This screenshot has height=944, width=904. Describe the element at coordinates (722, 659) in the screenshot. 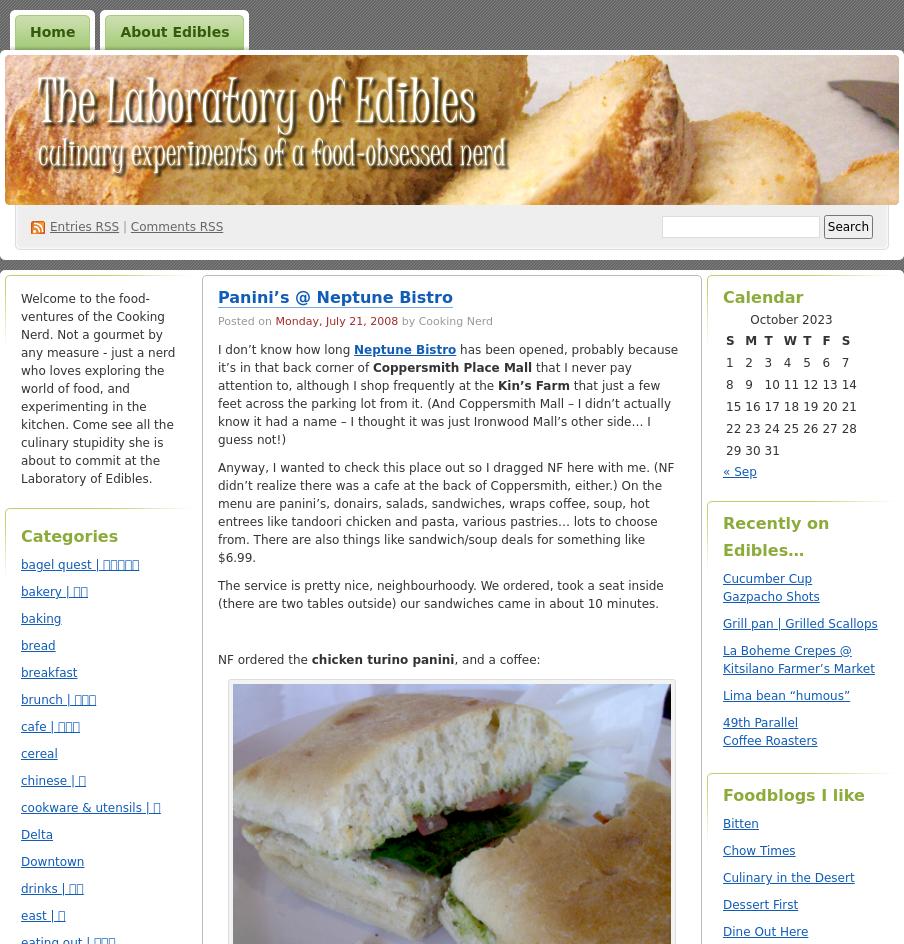

I see `'La Boheme Crepes @ Kitsilano Farmer’s Market'` at that location.